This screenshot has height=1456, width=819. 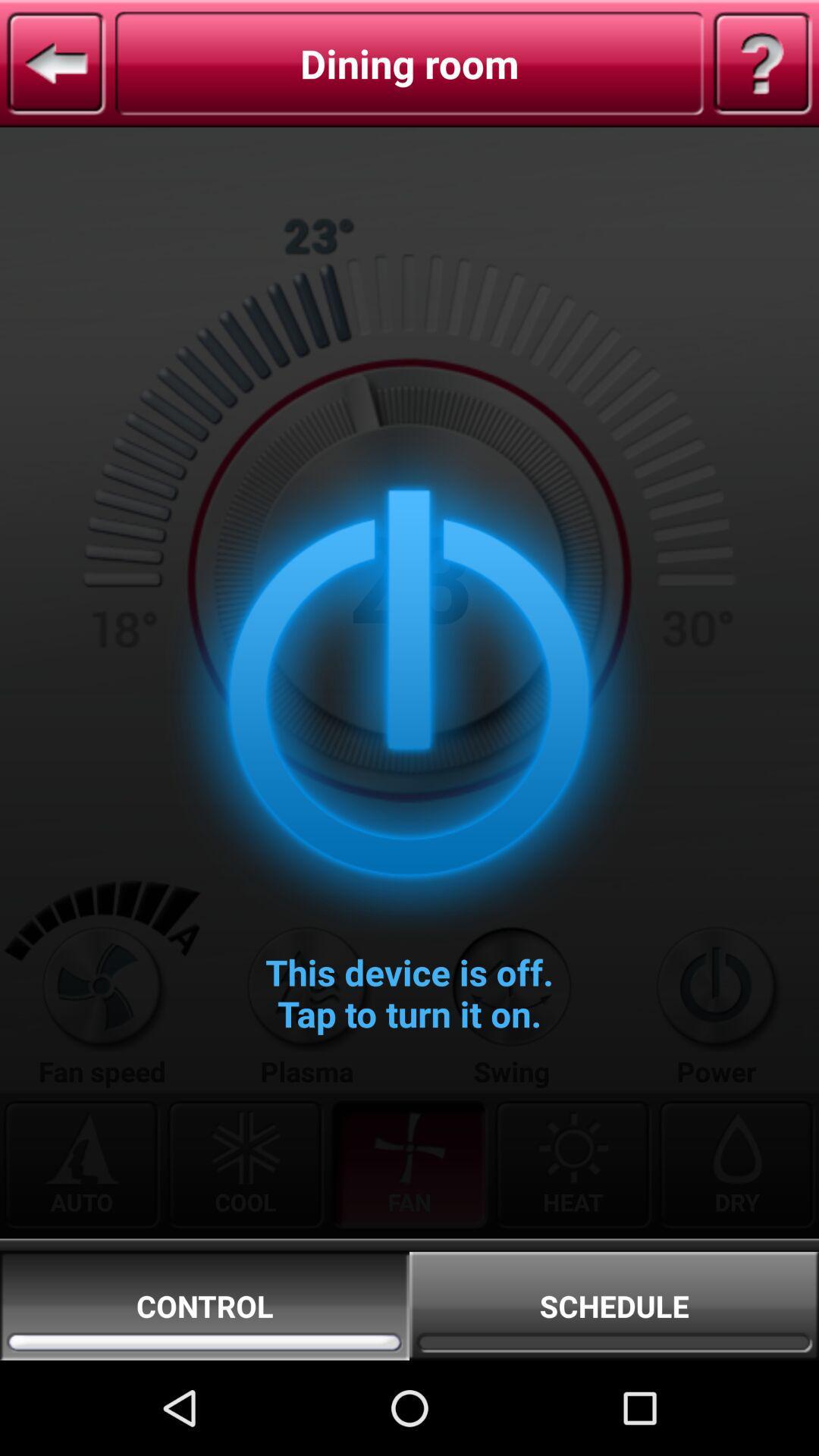 I want to click on the power icon, so click(x=716, y=1055).